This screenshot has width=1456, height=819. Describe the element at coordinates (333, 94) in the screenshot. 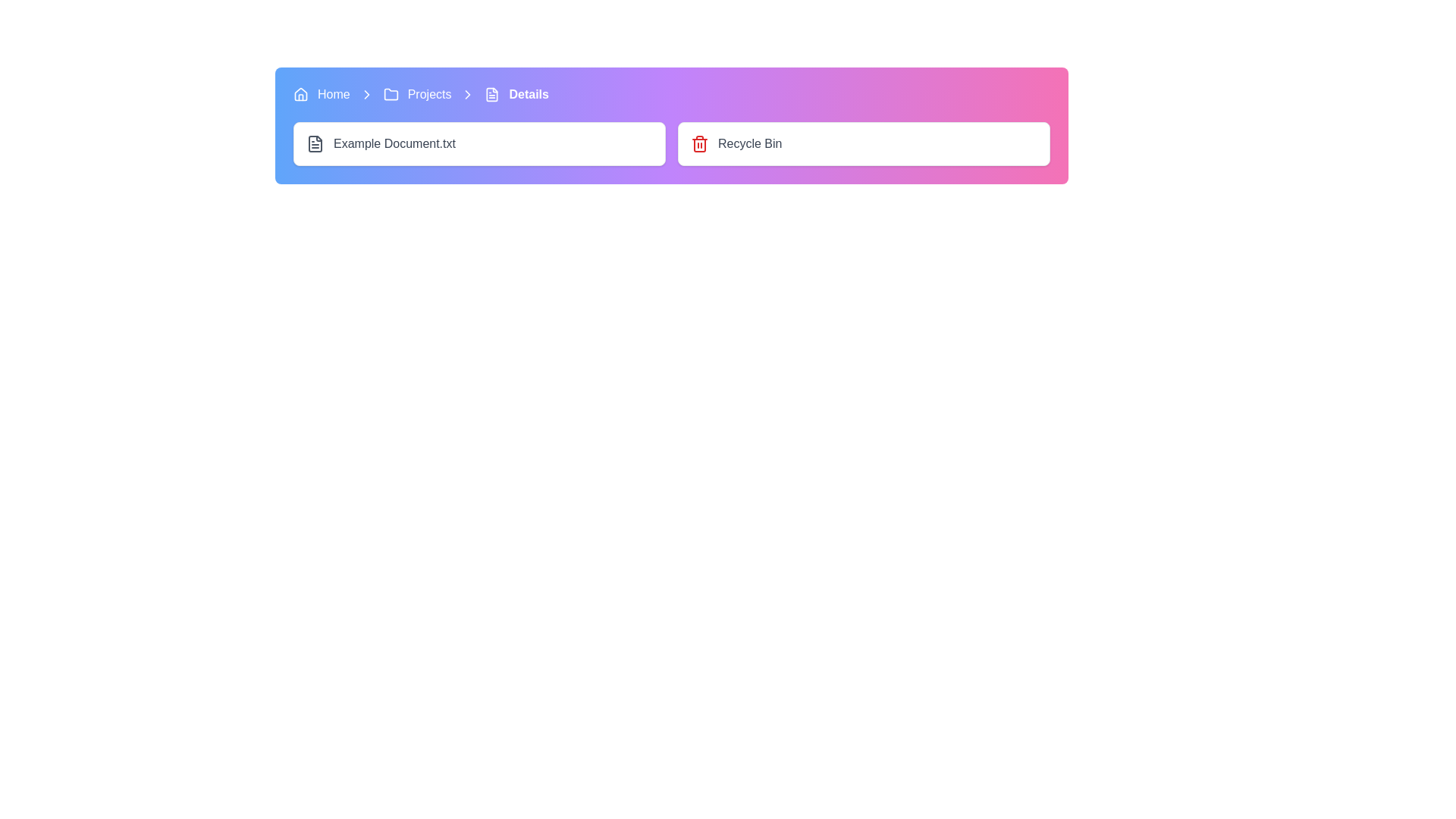

I see `the 'Home' text element, which is styled with a white font and is positioned on a blue background in the breadcrumb navigation bar` at that location.